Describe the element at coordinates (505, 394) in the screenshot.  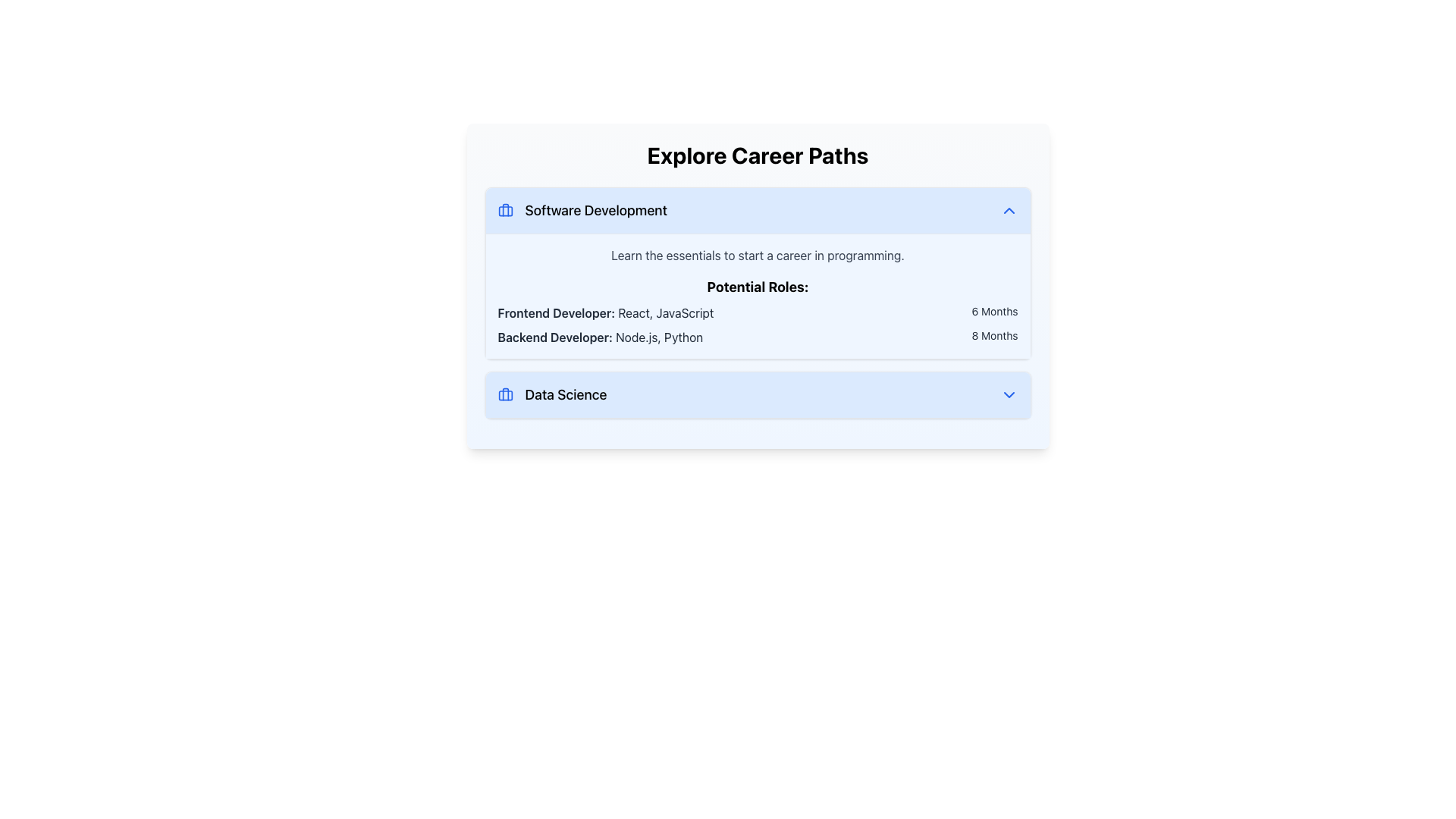
I see `the 'Data Science' icon that visually represents the concept of Data Science, located at the start of the horizontally aligned group of elements, preceding the label 'Data Science'` at that location.